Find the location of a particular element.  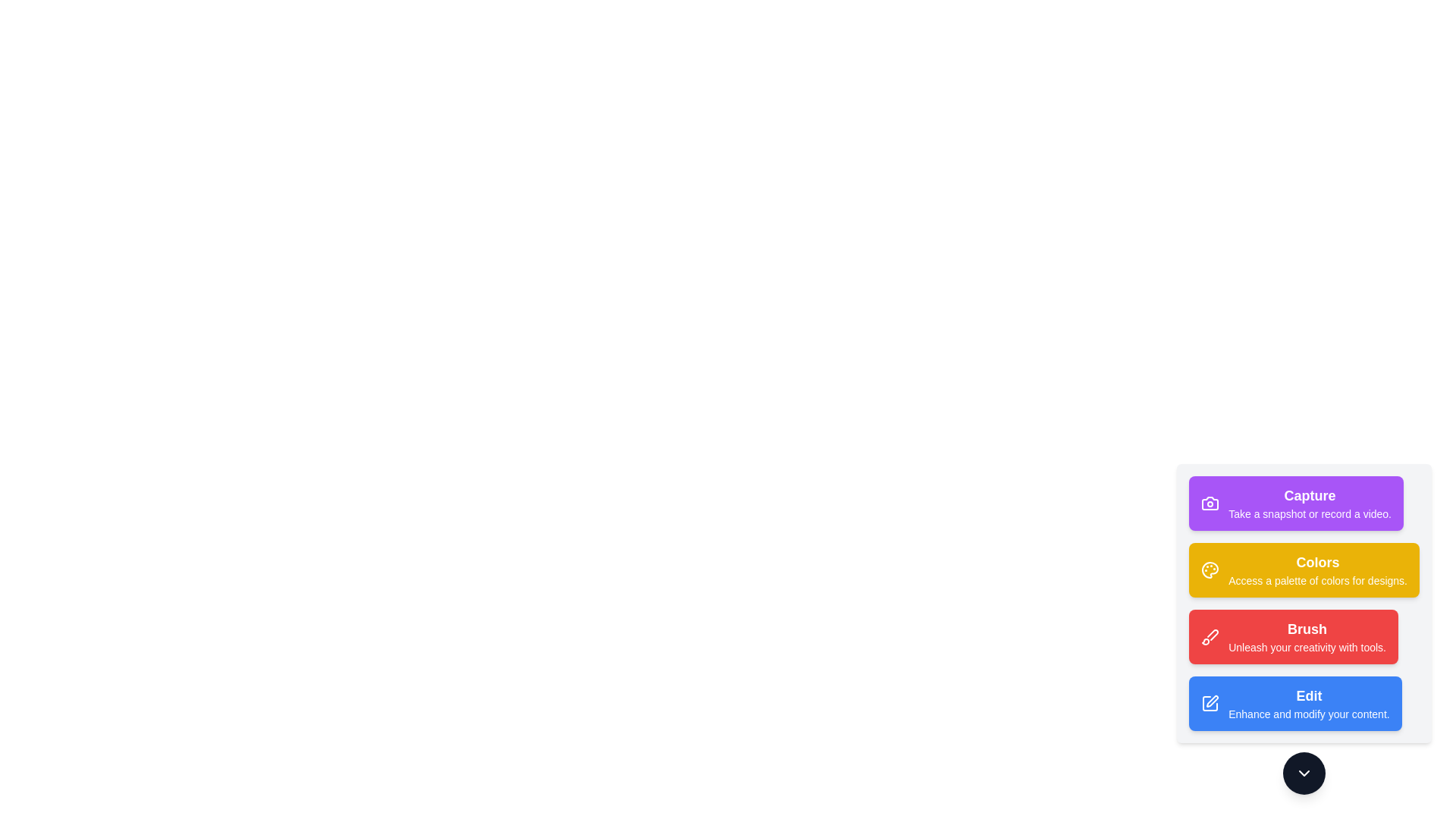

the tool button labeled Brush to view its hover effect is located at coordinates (1293, 637).